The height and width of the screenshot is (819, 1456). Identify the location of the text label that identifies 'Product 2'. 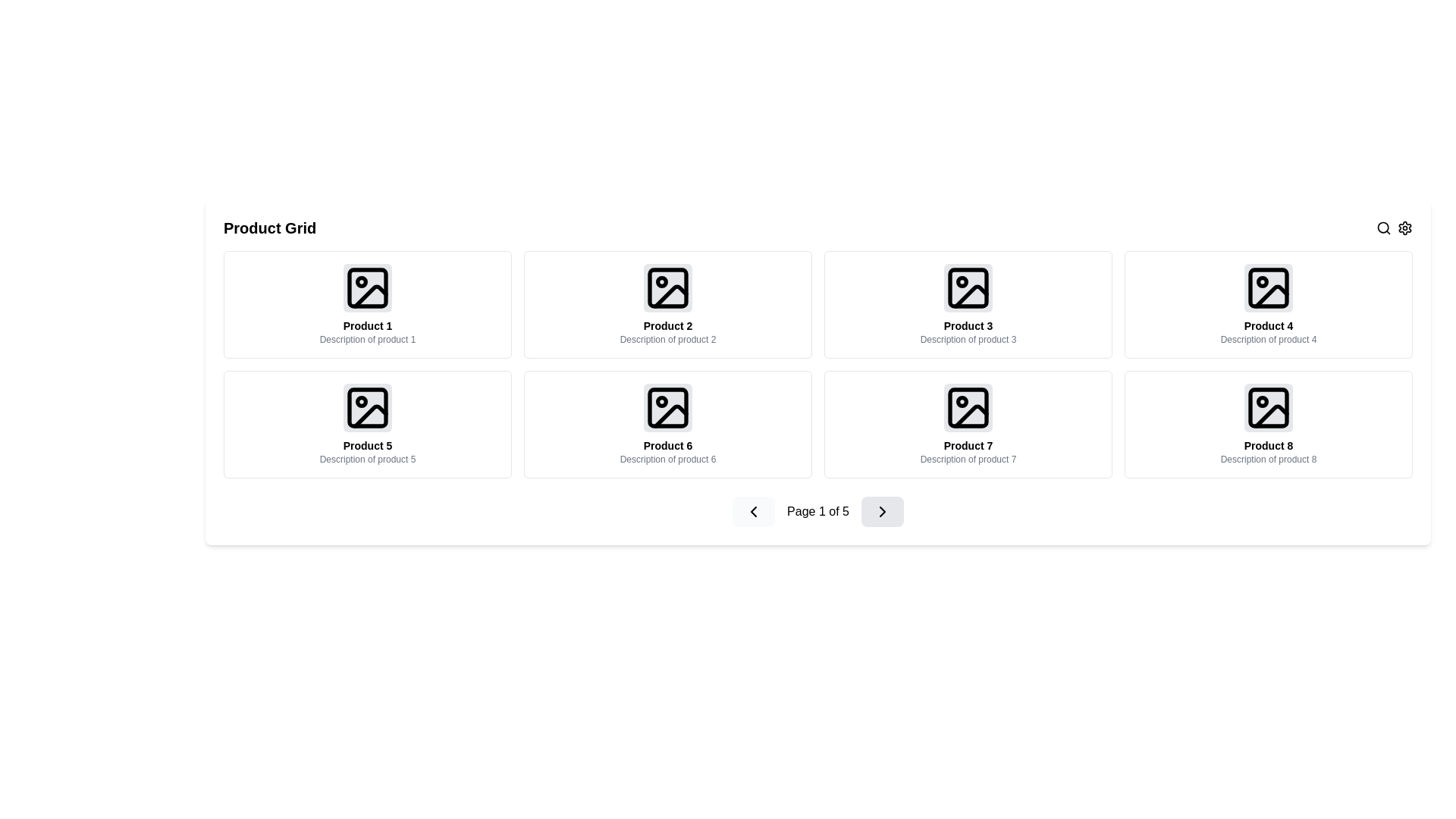
(667, 325).